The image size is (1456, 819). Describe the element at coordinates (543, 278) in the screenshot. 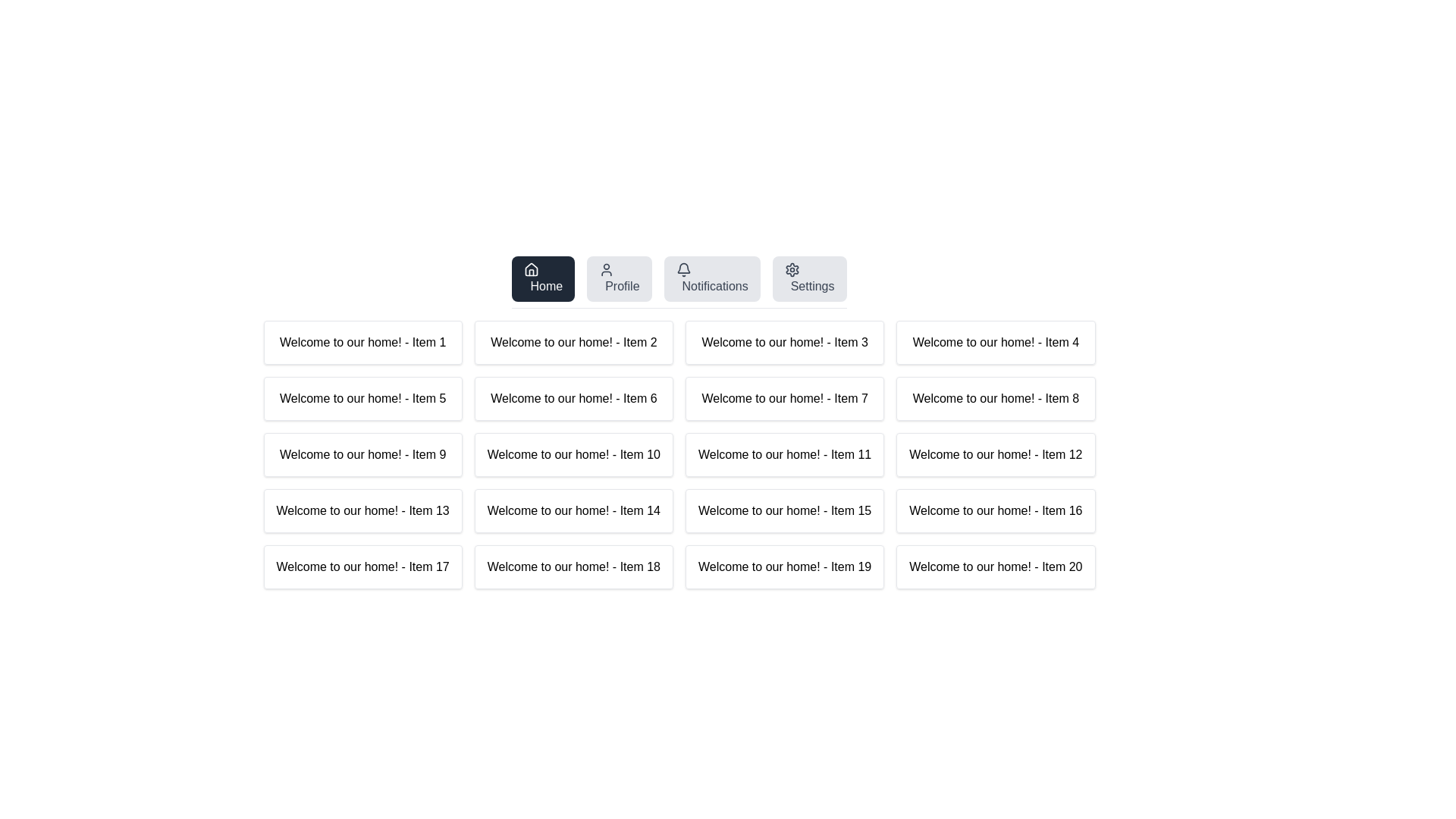

I see `the Home tab by clicking its button` at that location.